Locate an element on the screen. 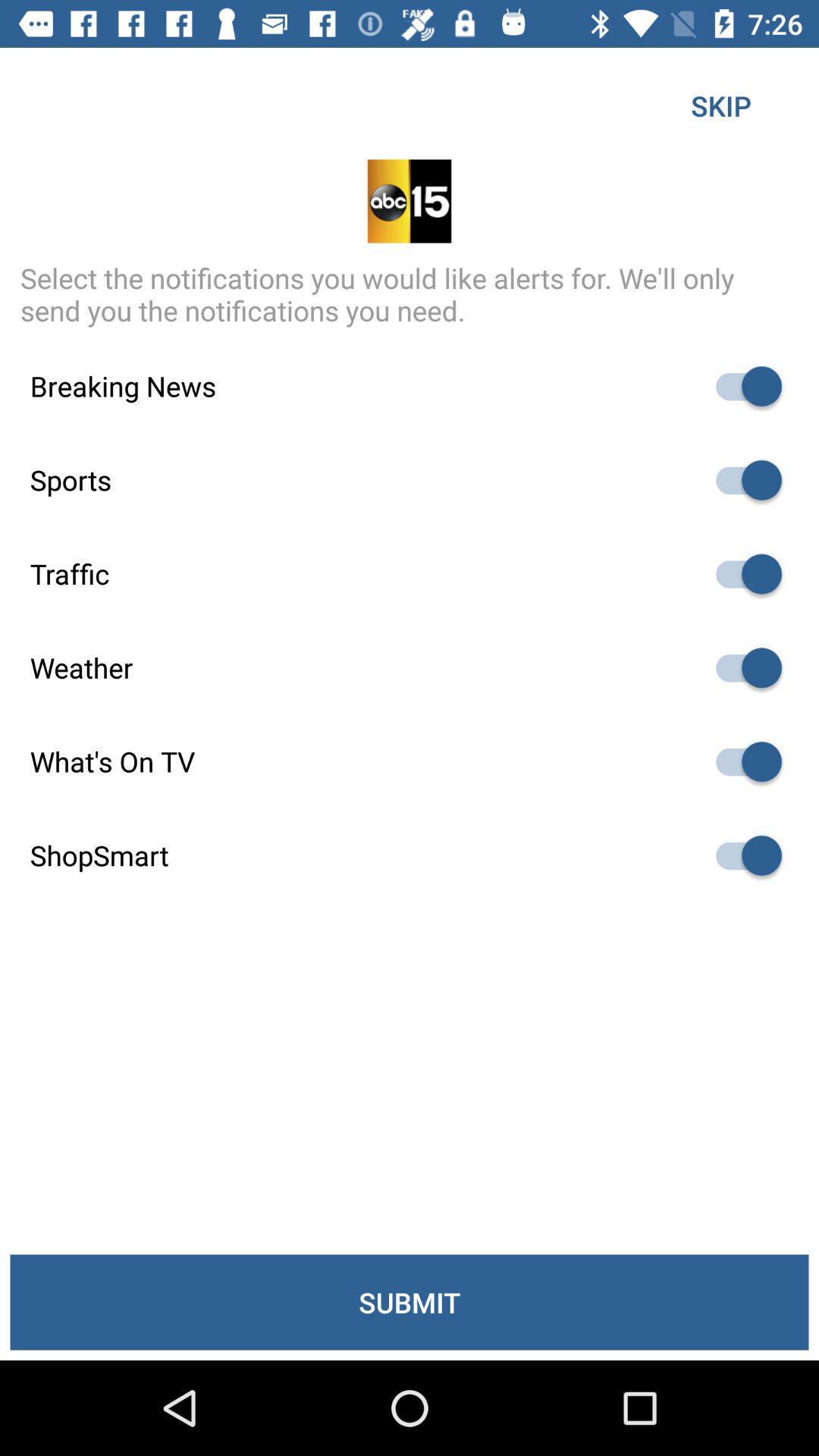  notification option is located at coordinates (741, 386).